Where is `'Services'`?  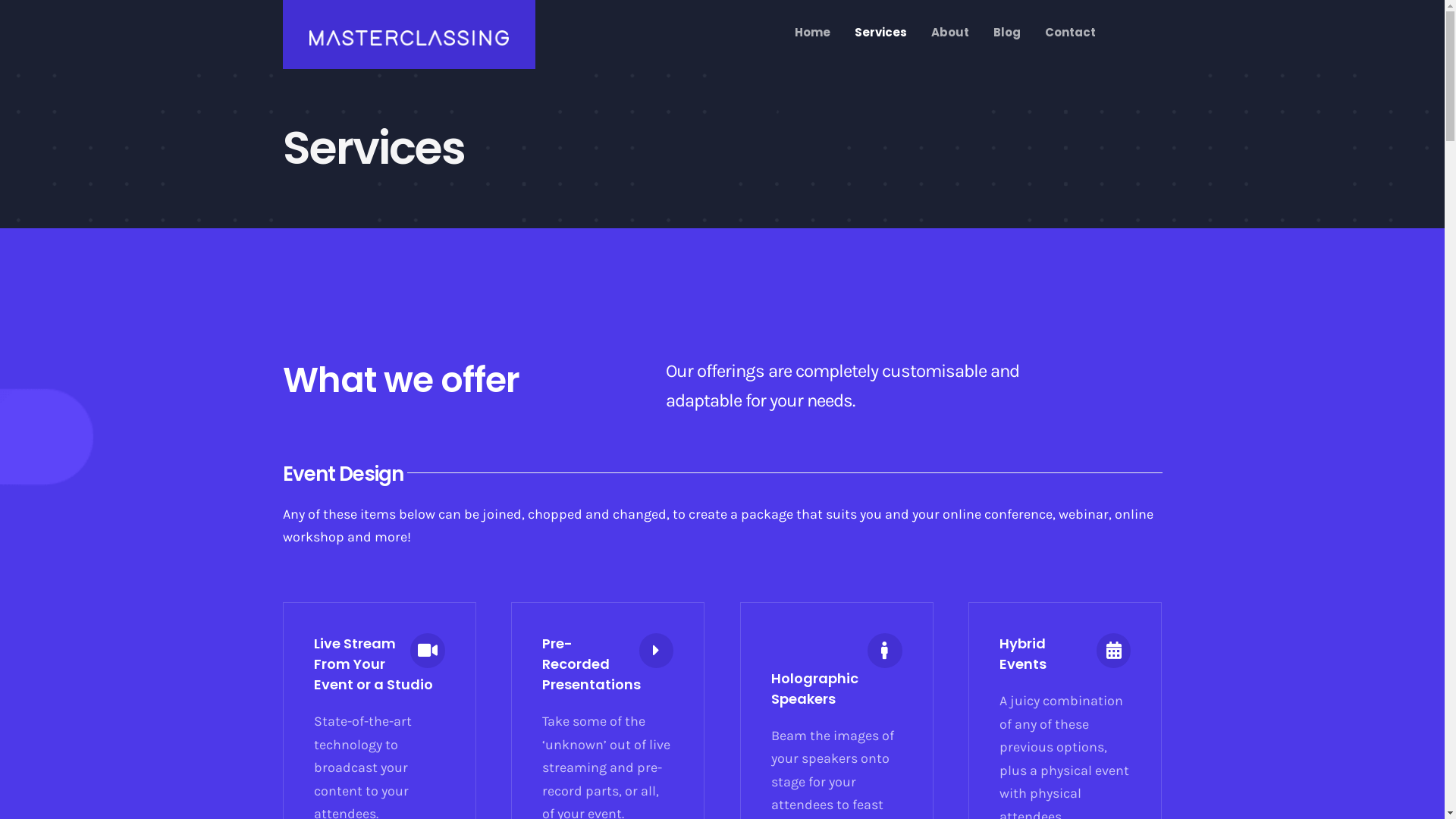 'Services' is located at coordinates (880, 32).